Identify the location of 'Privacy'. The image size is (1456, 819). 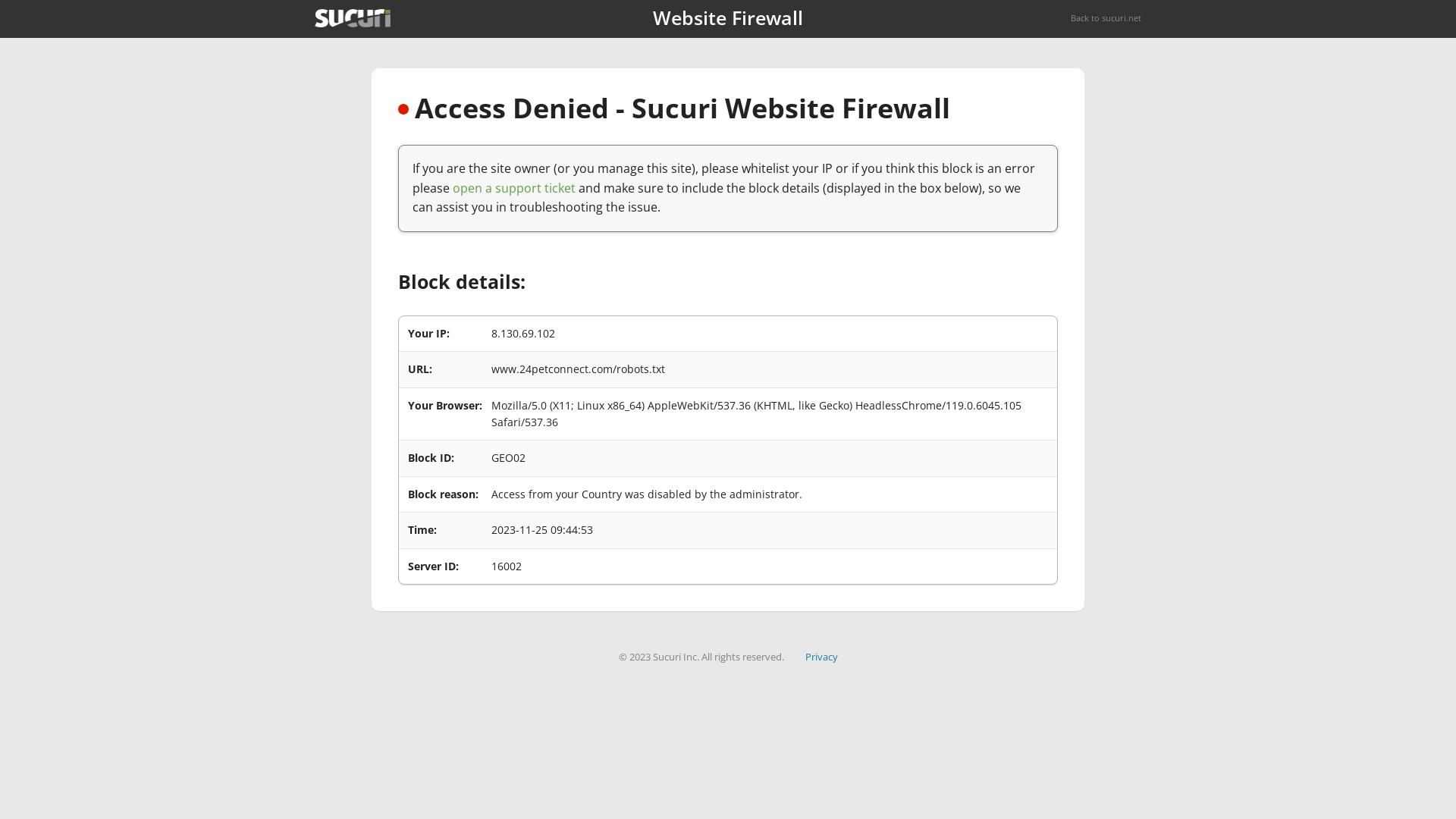
(821, 656).